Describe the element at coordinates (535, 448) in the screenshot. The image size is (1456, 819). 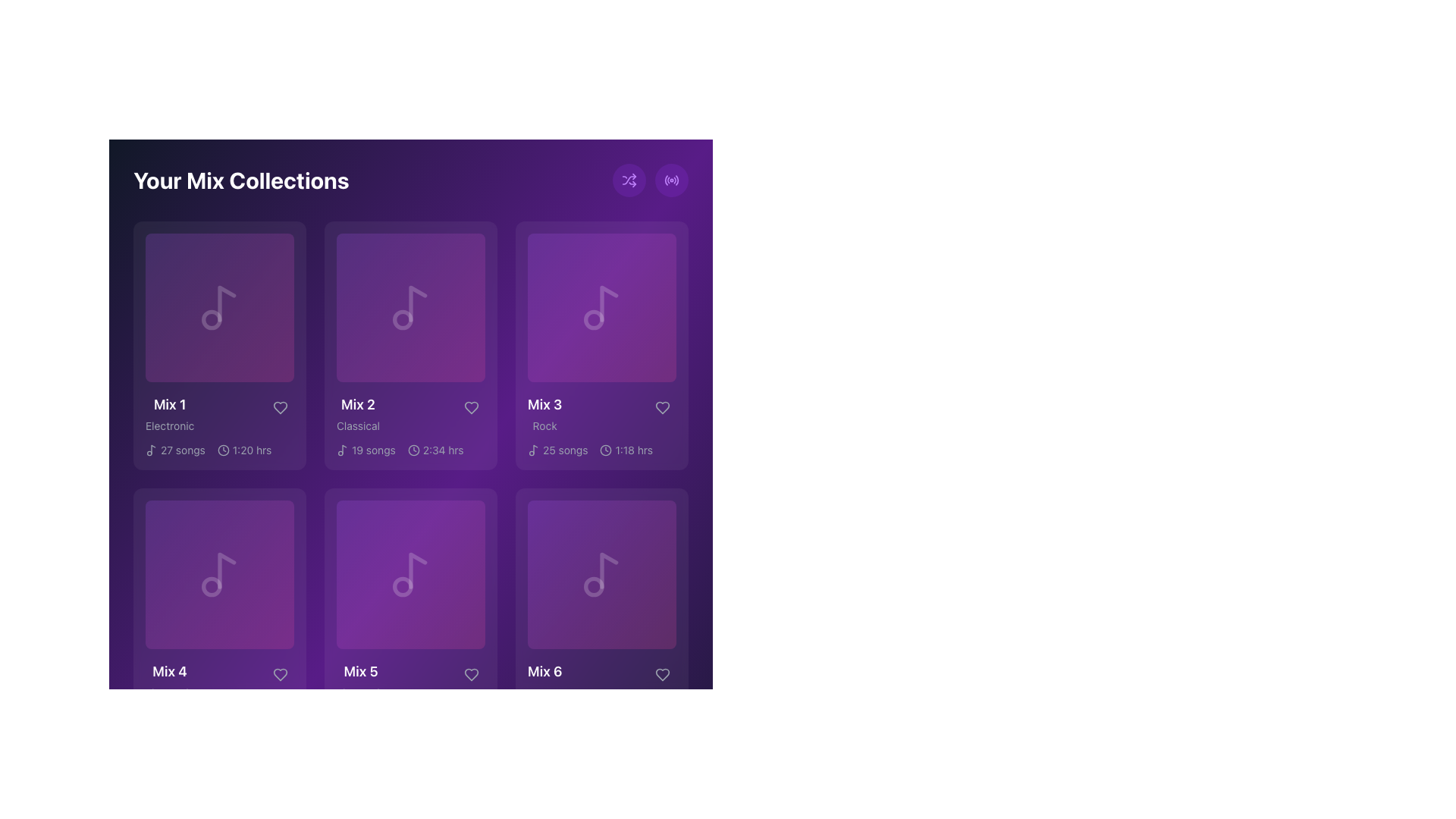
I see `the stylized musical note icon located within the 'Mix 3' card, which is the third item in the first row of the music collection interface` at that location.